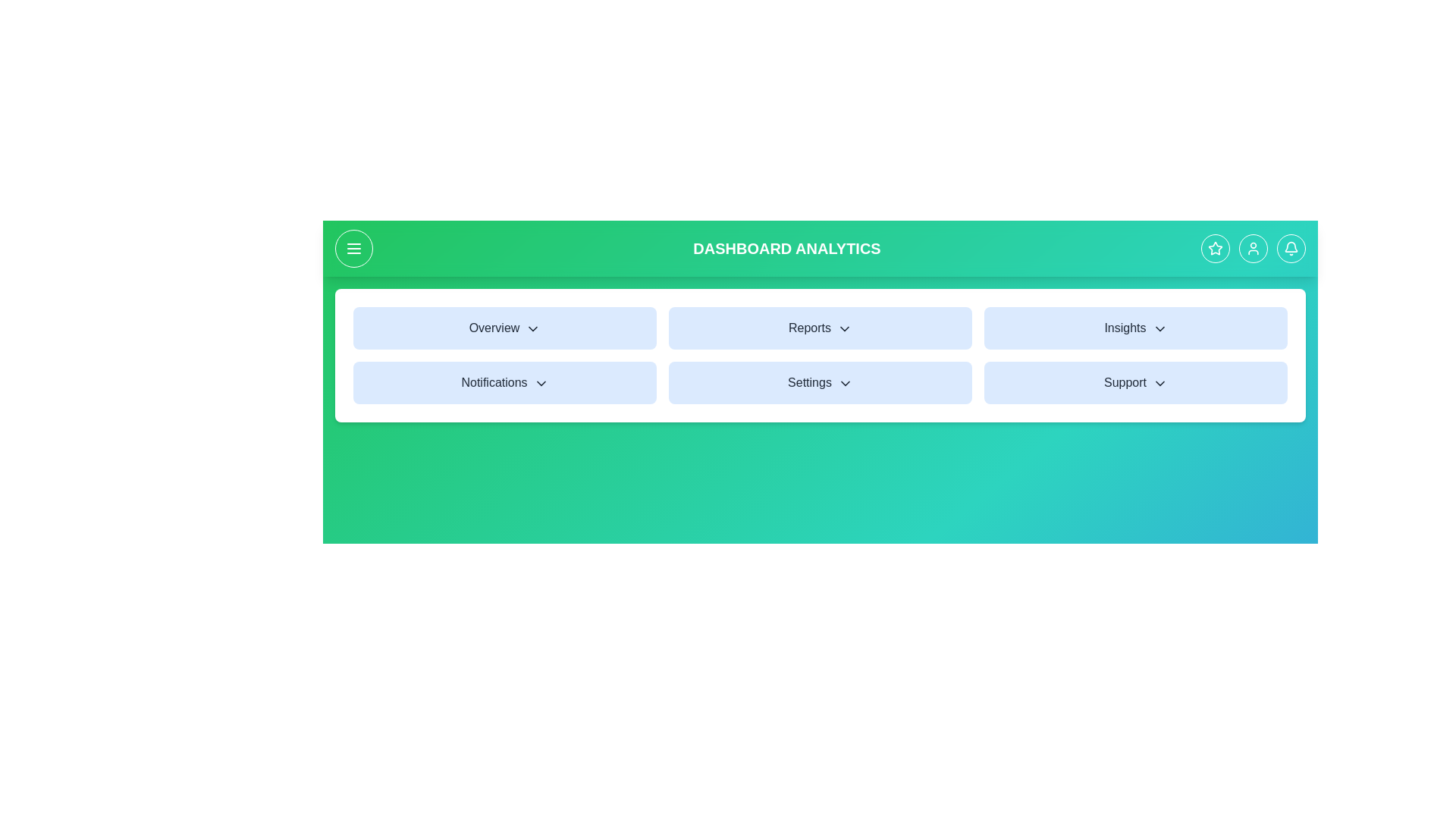  Describe the element at coordinates (1135, 382) in the screenshot. I see `the Support menu item to open its dropdown` at that location.